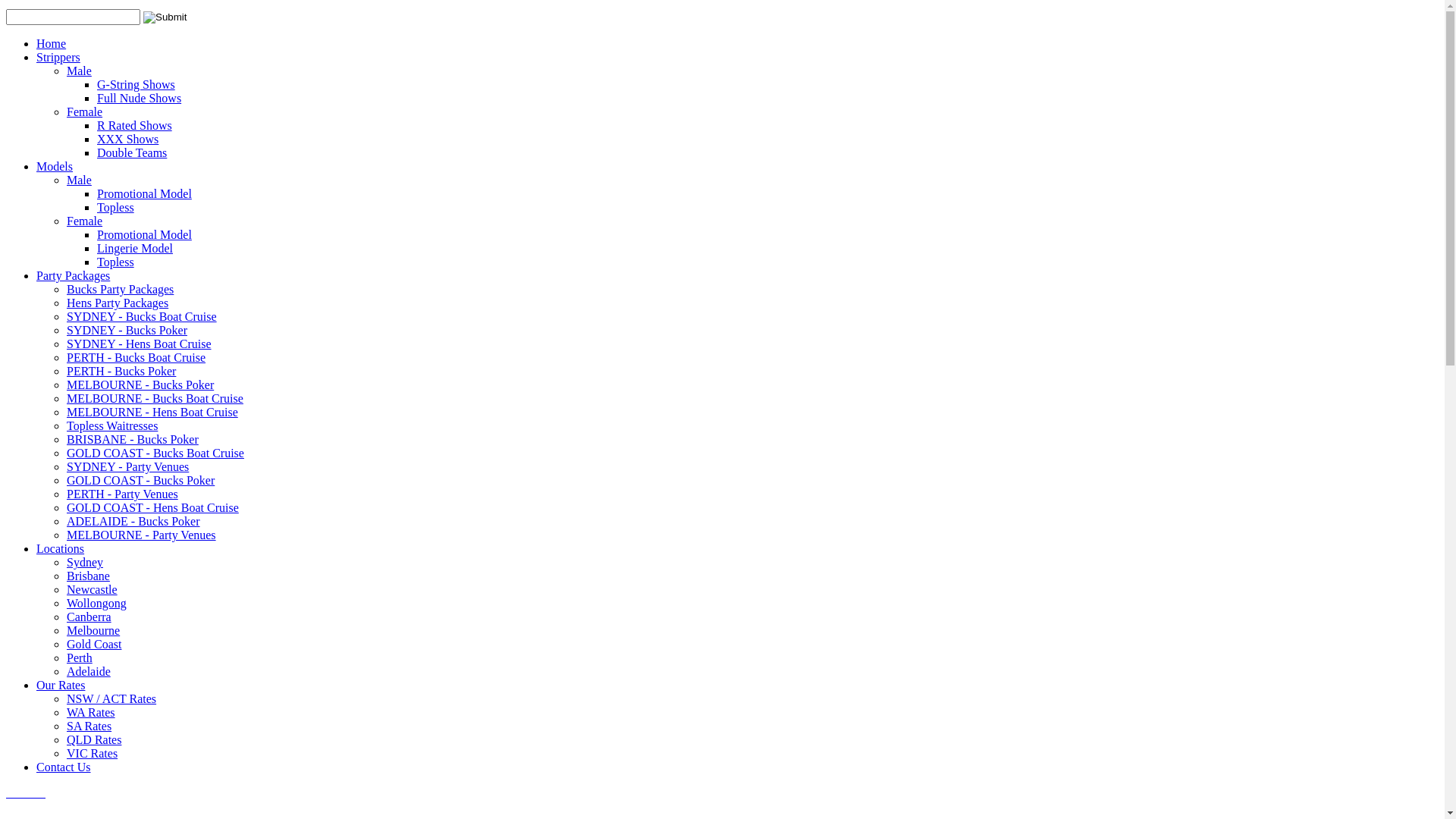 The width and height of the screenshot is (1456, 819). Describe the element at coordinates (83, 221) in the screenshot. I see `'Female'` at that location.